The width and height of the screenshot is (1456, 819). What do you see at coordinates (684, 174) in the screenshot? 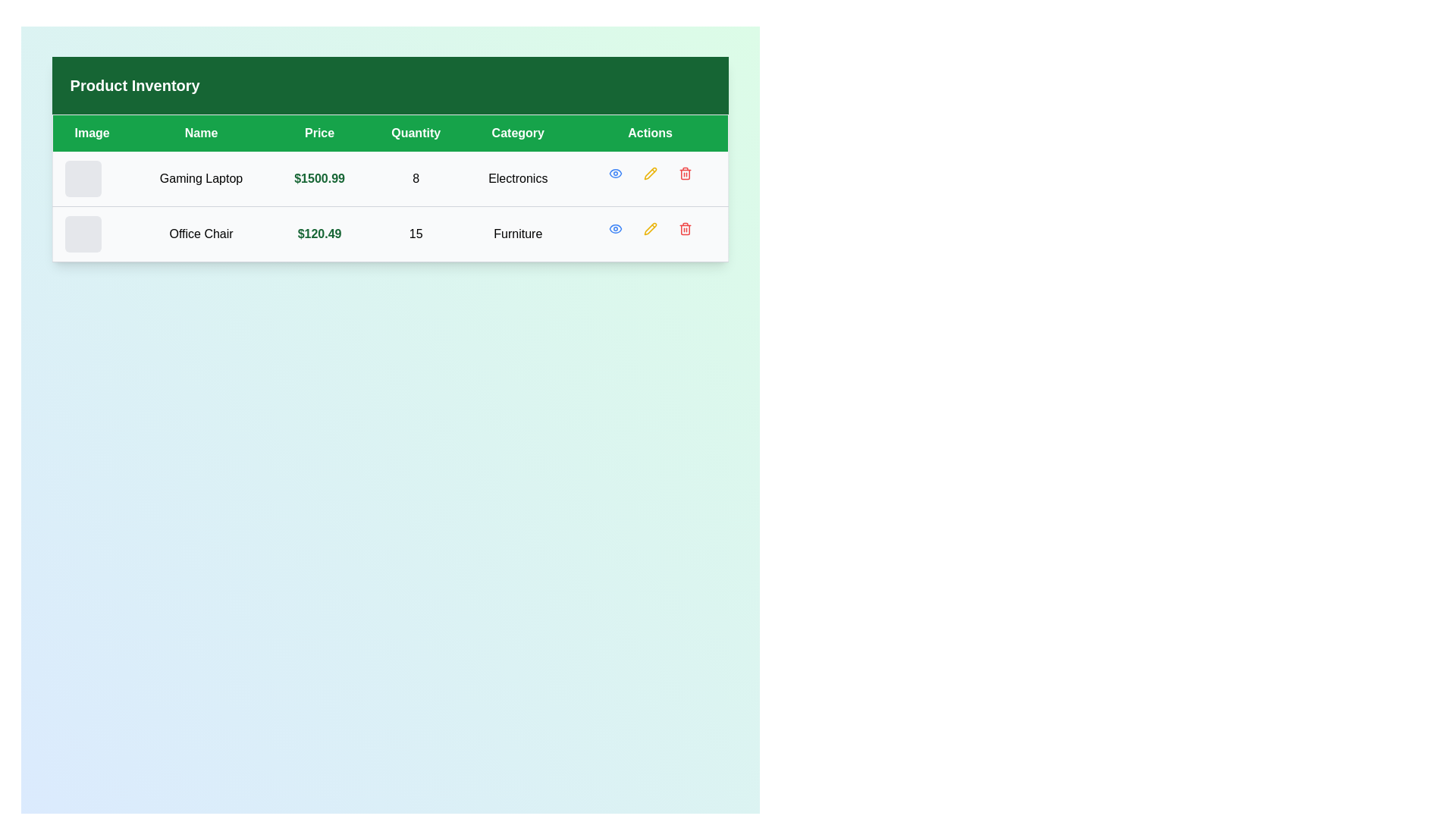
I see `the trash can button in the 'Actions' column of the 'Product Inventory' table` at bounding box center [684, 174].